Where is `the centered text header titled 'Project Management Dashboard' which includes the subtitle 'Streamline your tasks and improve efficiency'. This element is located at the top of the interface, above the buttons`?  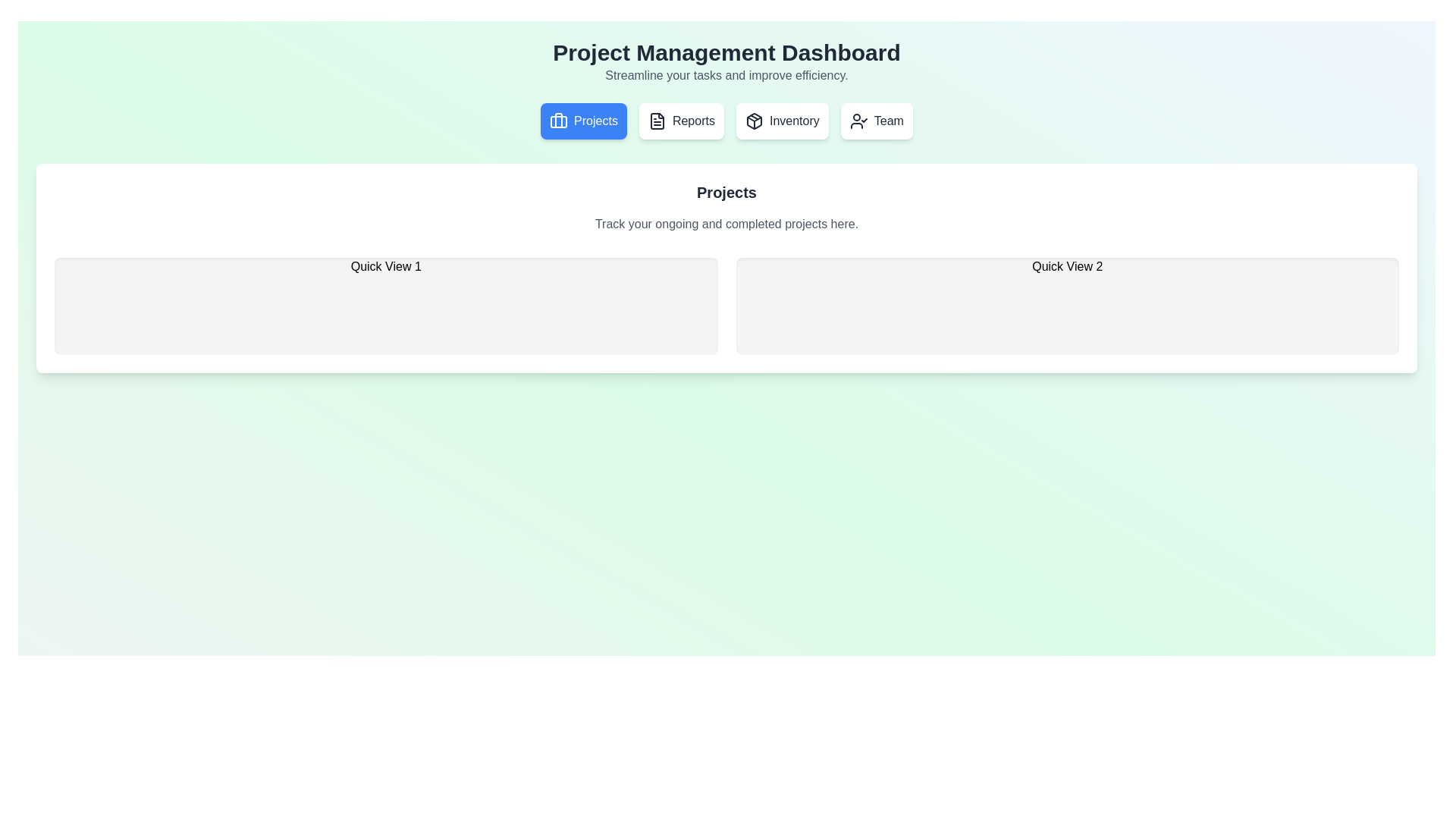 the centered text header titled 'Project Management Dashboard' which includes the subtitle 'Streamline your tasks and improve efficiency'. This element is located at the top of the interface, above the buttons is located at coordinates (726, 61).